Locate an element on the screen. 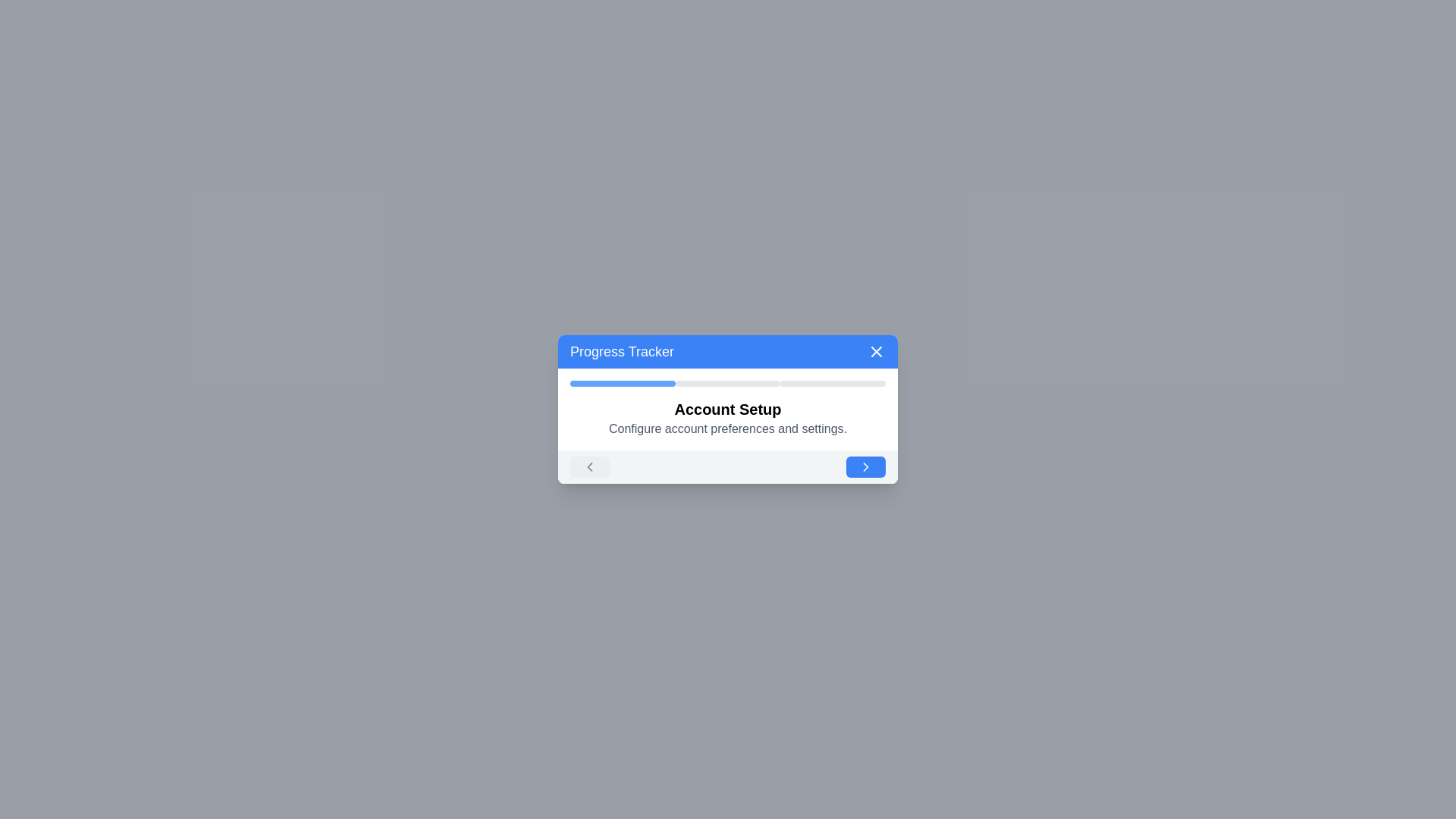  the close button icon located in the top right corner of the blue title bar is located at coordinates (877, 351).